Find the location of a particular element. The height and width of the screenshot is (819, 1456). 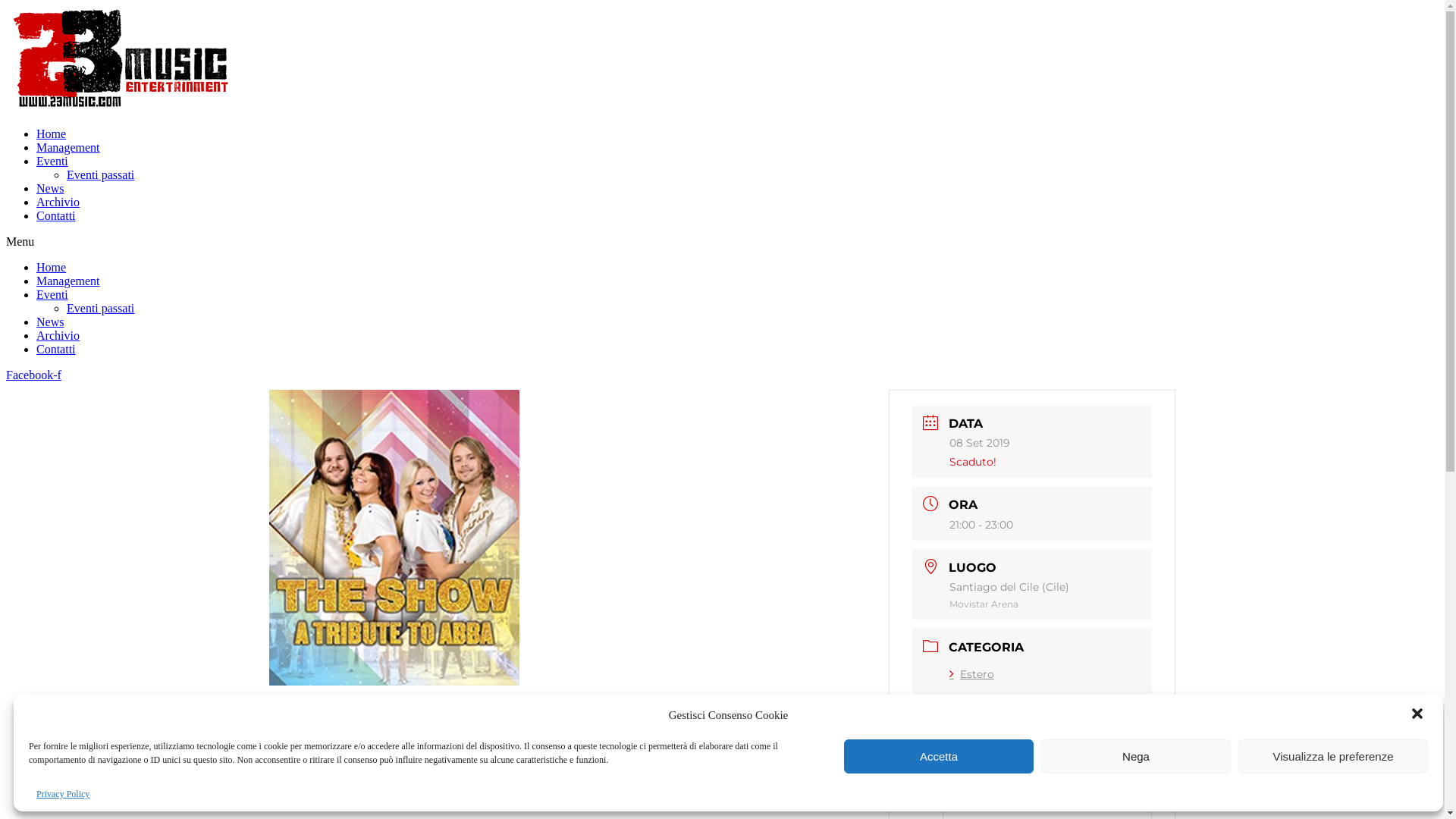

'Eventi passati' is located at coordinates (99, 307).